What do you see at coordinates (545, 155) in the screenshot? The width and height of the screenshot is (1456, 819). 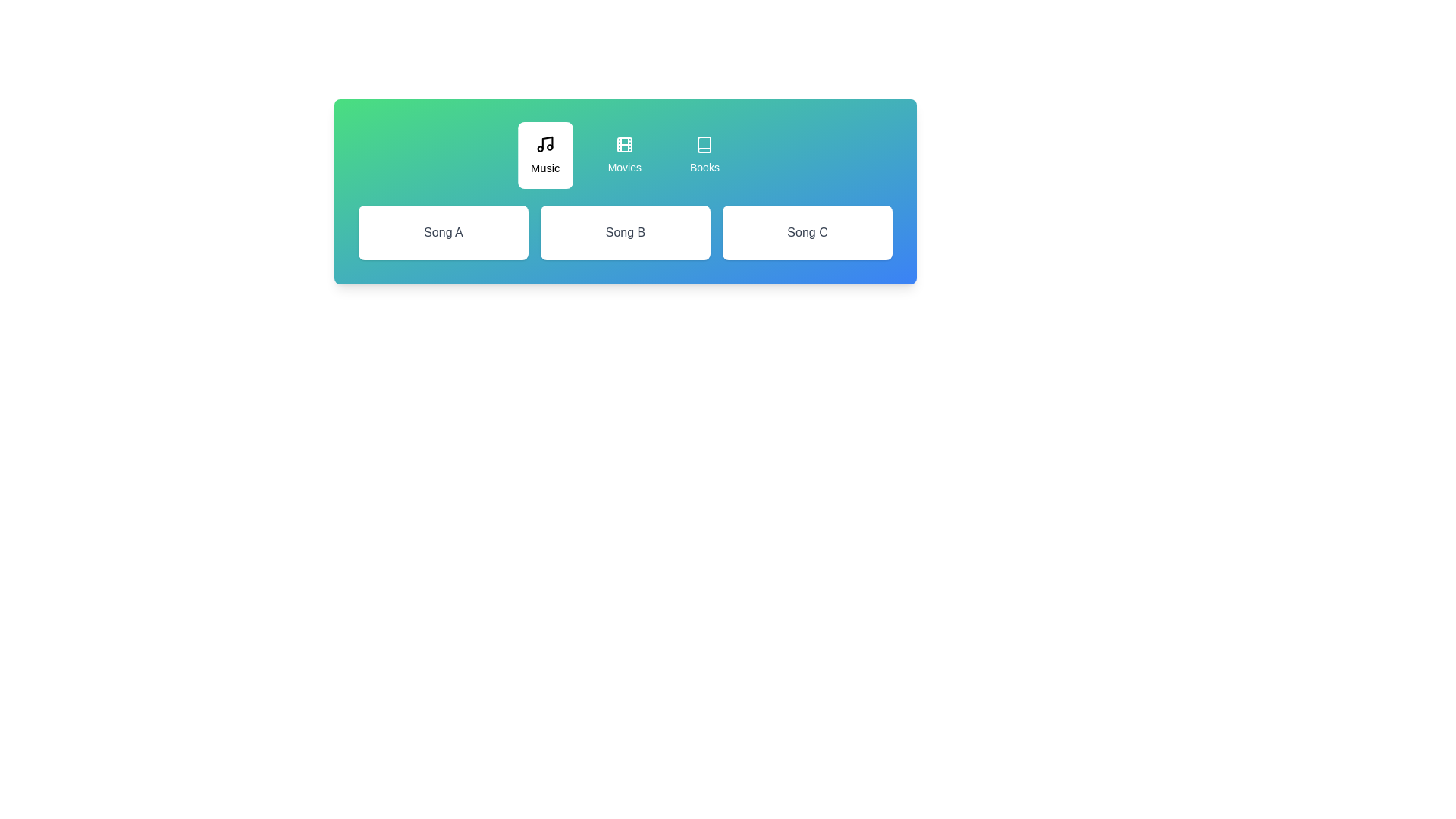 I see `the tab labeled Music by clicking its button` at bounding box center [545, 155].